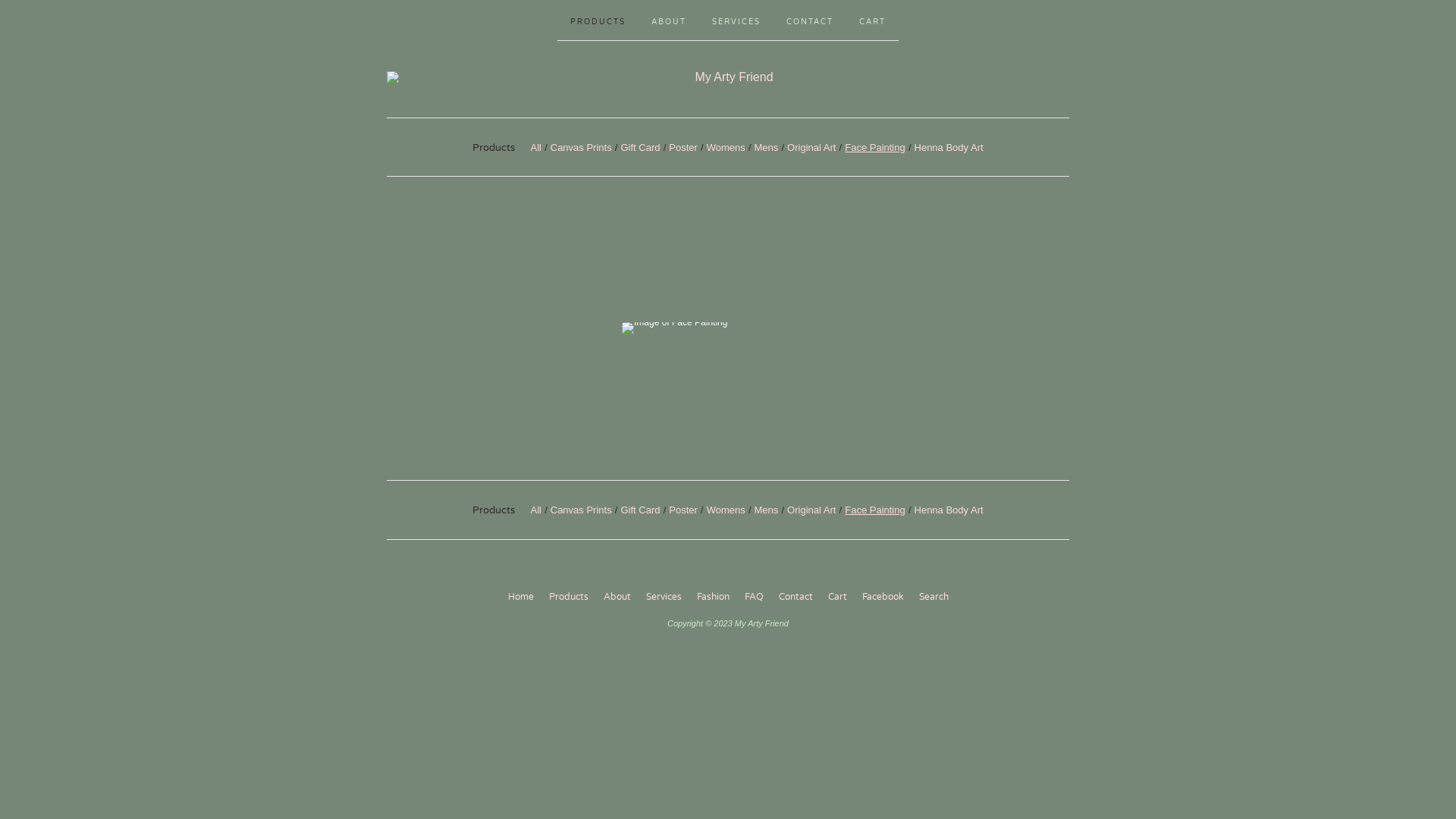 The height and width of the screenshot is (819, 1456). I want to click on 'FAQ', so click(754, 596).